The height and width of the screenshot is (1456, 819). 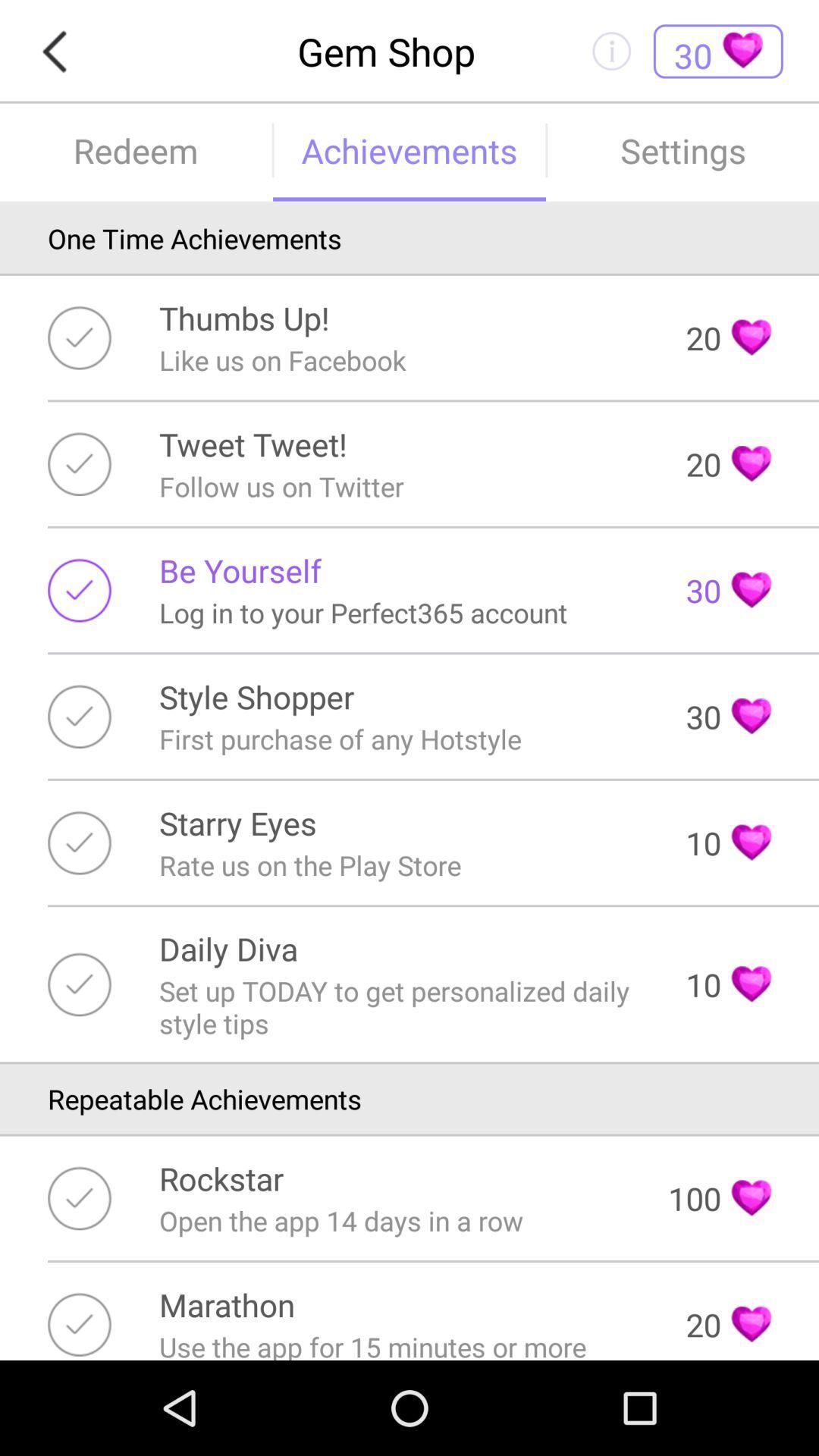 I want to click on one time achievements item, so click(x=409, y=237).